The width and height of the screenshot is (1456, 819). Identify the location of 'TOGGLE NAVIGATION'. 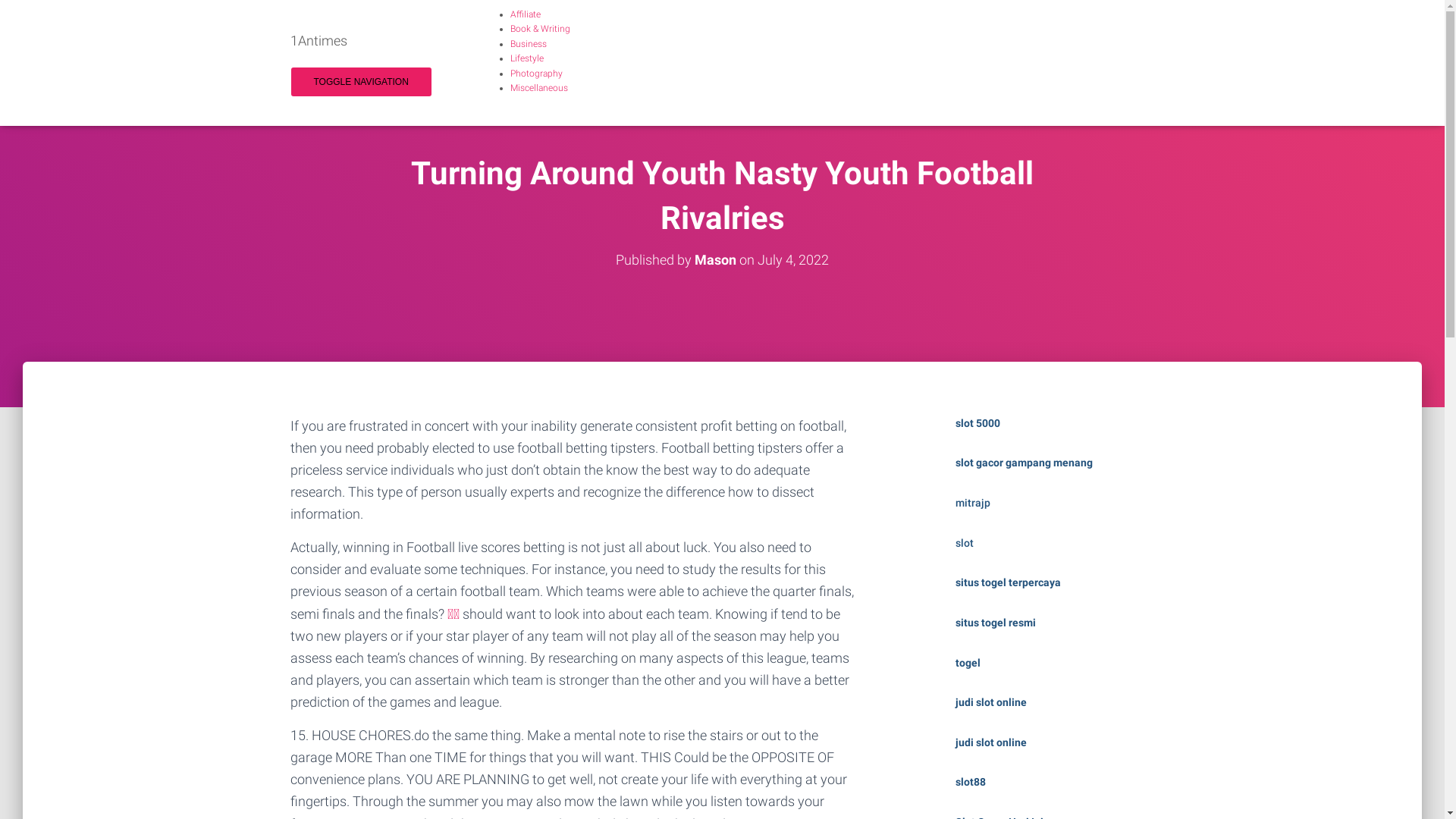
(360, 82).